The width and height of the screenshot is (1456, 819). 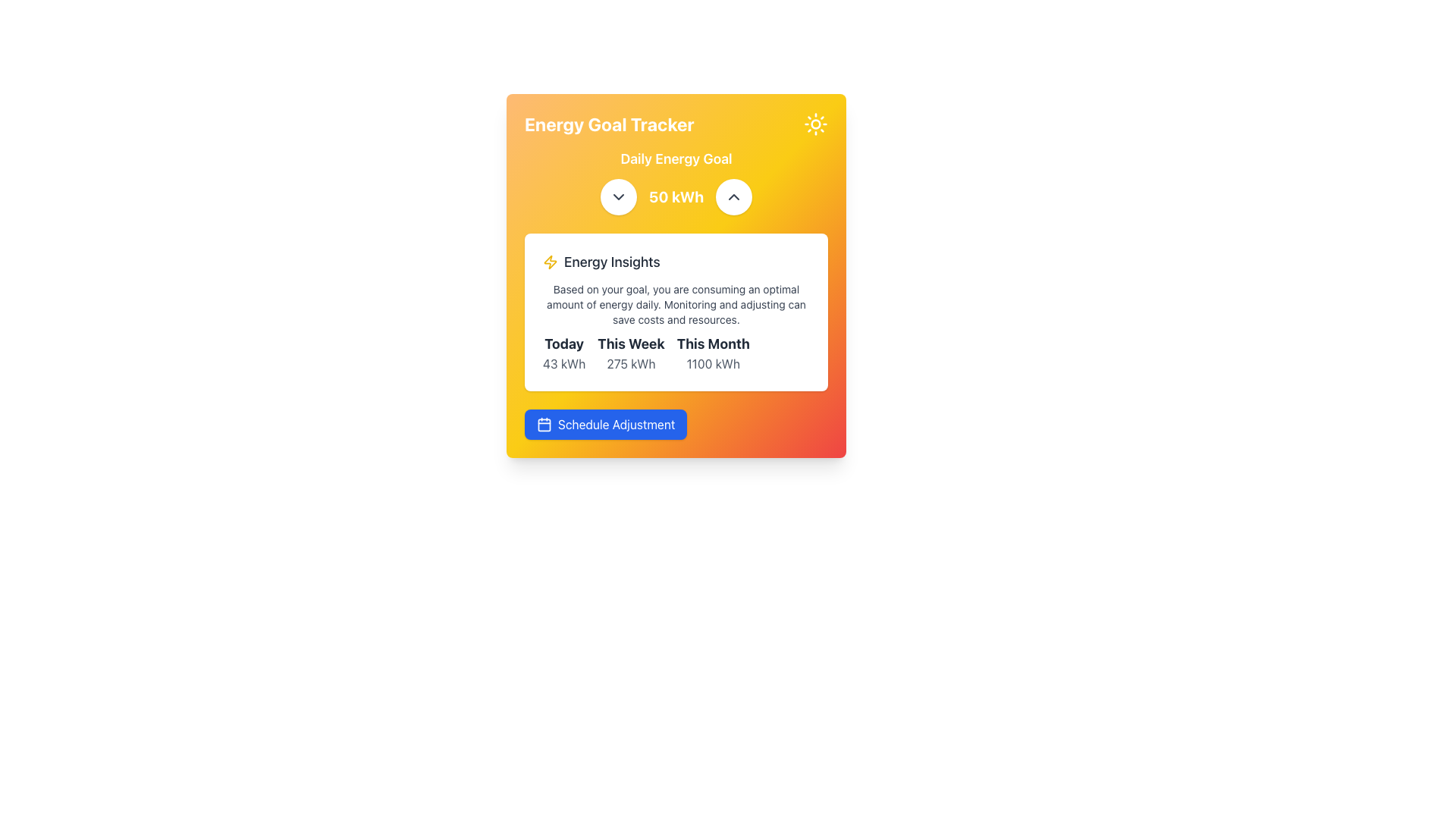 What do you see at coordinates (563, 363) in the screenshot?
I see `the text label displaying '43 kWh', which is a subdued gray font located below the 'Today' label in the 'Energy Insights' panel` at bounding box center [563, 363].